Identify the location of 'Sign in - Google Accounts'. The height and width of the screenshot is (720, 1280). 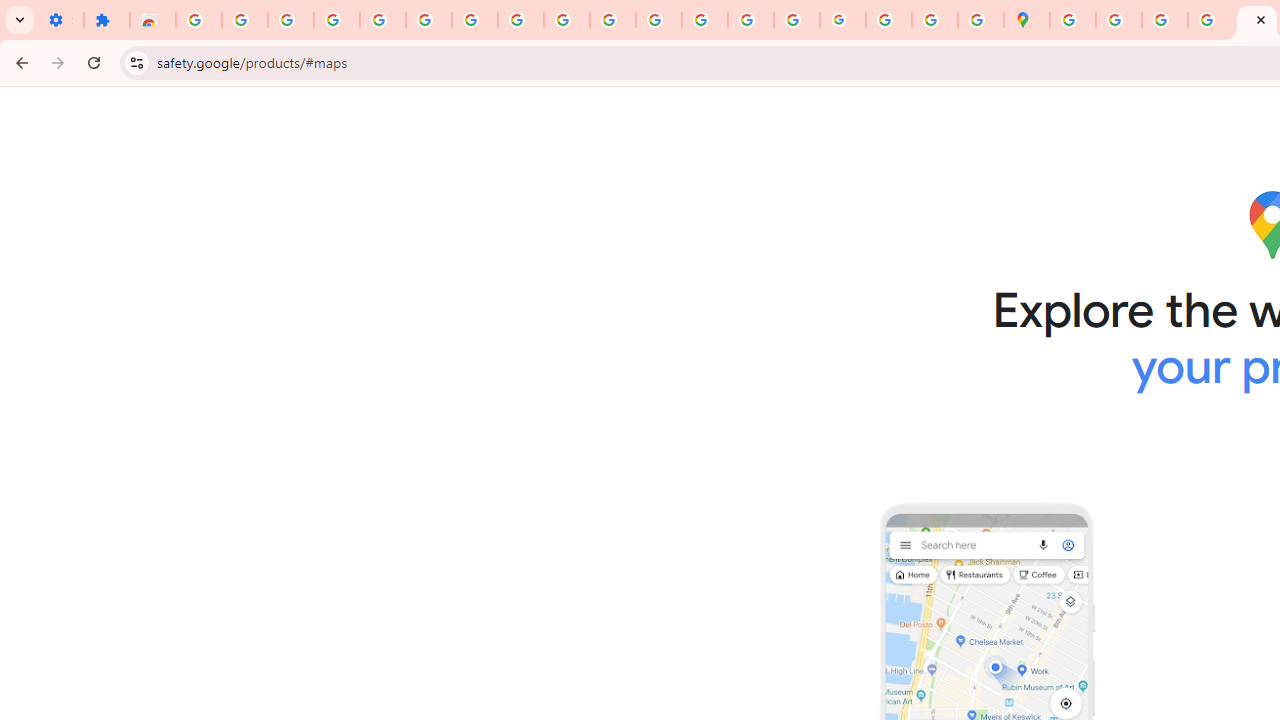
(198, 20).